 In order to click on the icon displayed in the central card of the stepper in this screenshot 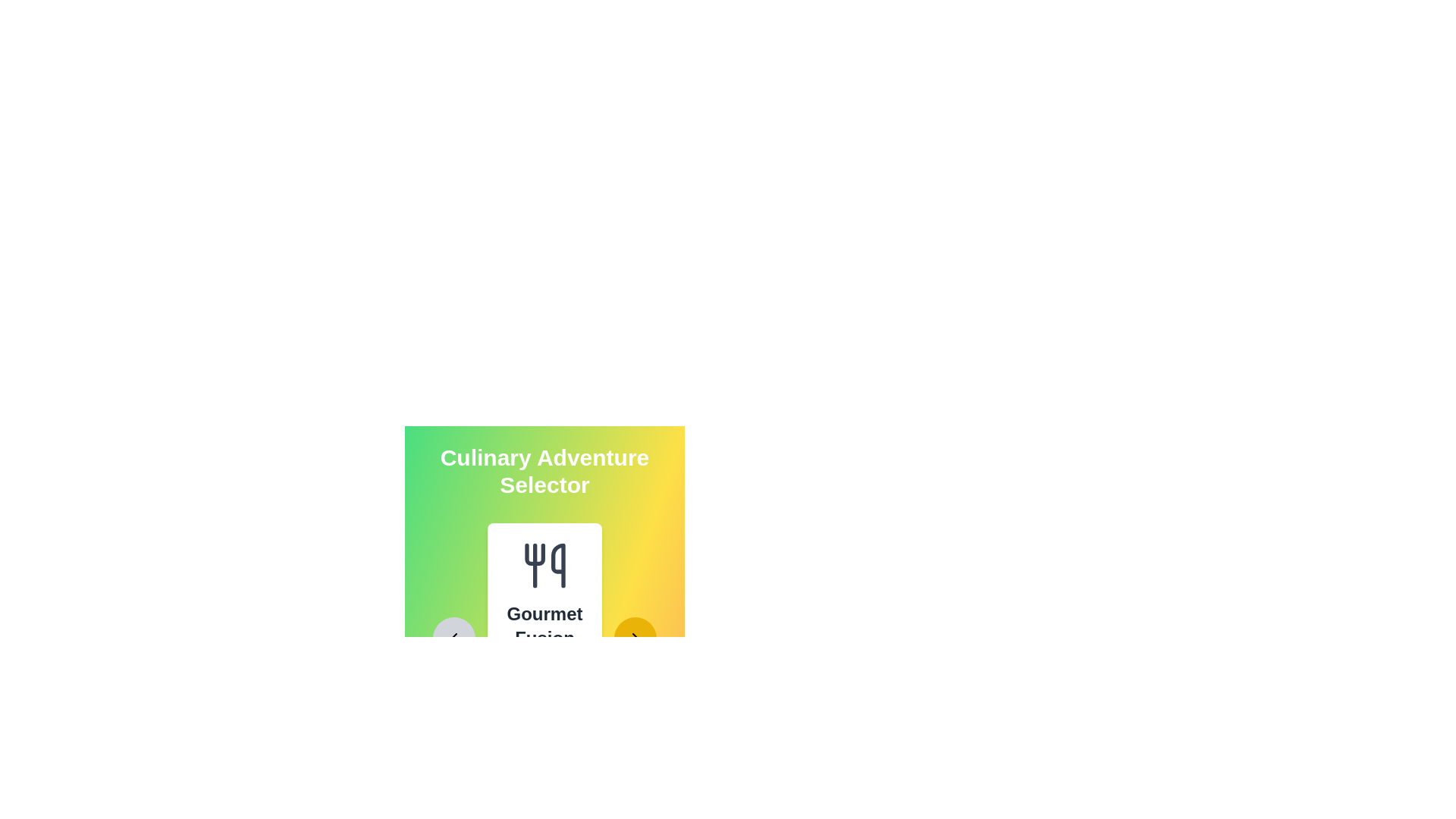, I will do `click(544, 565)`.